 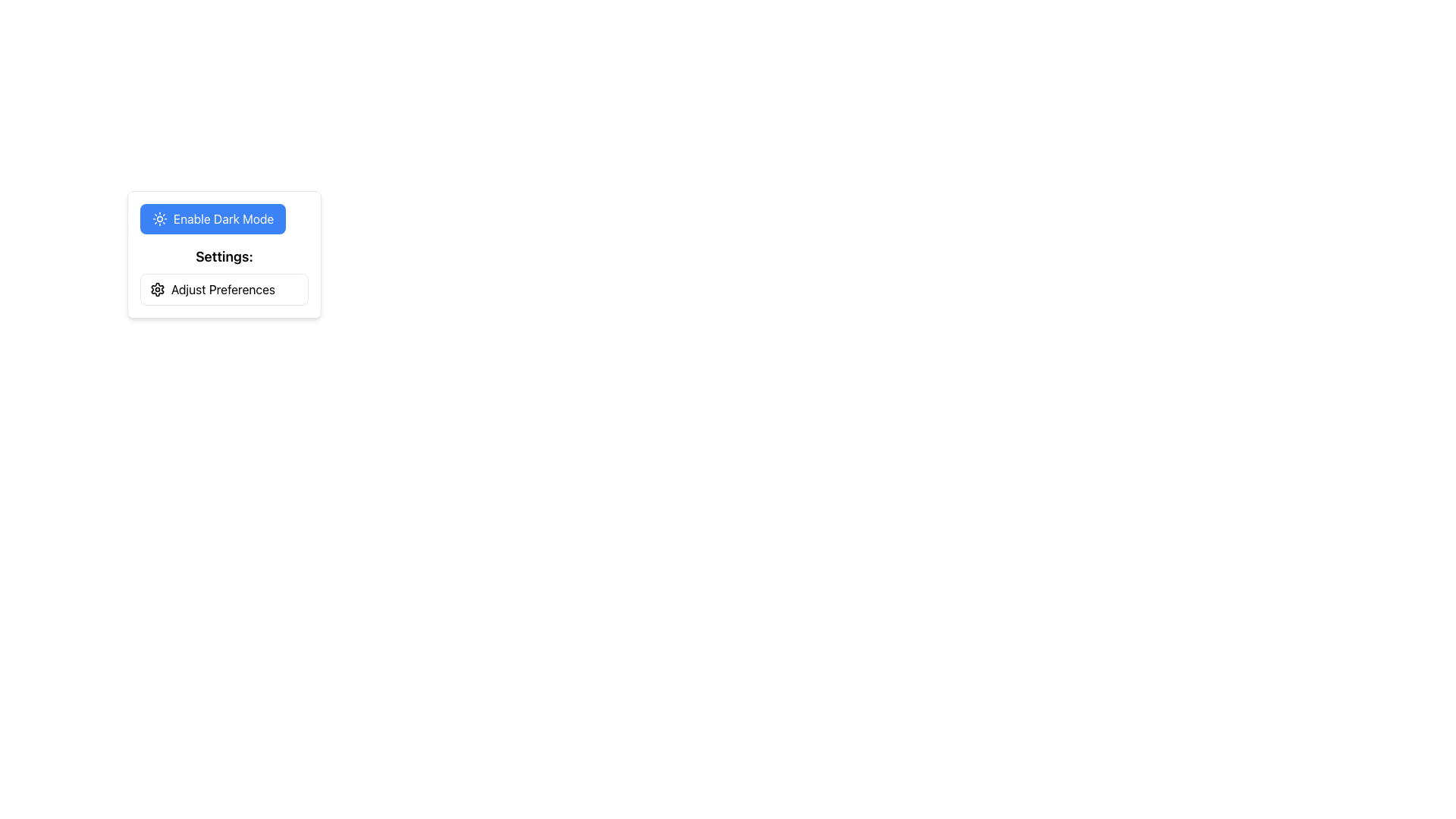 What do you see at coordinates (224, 219) in the screenshot?
I see `the button labeled 'Enable Dark Mode' with a blue background and a sun icon` at bounding box center [224, 219].